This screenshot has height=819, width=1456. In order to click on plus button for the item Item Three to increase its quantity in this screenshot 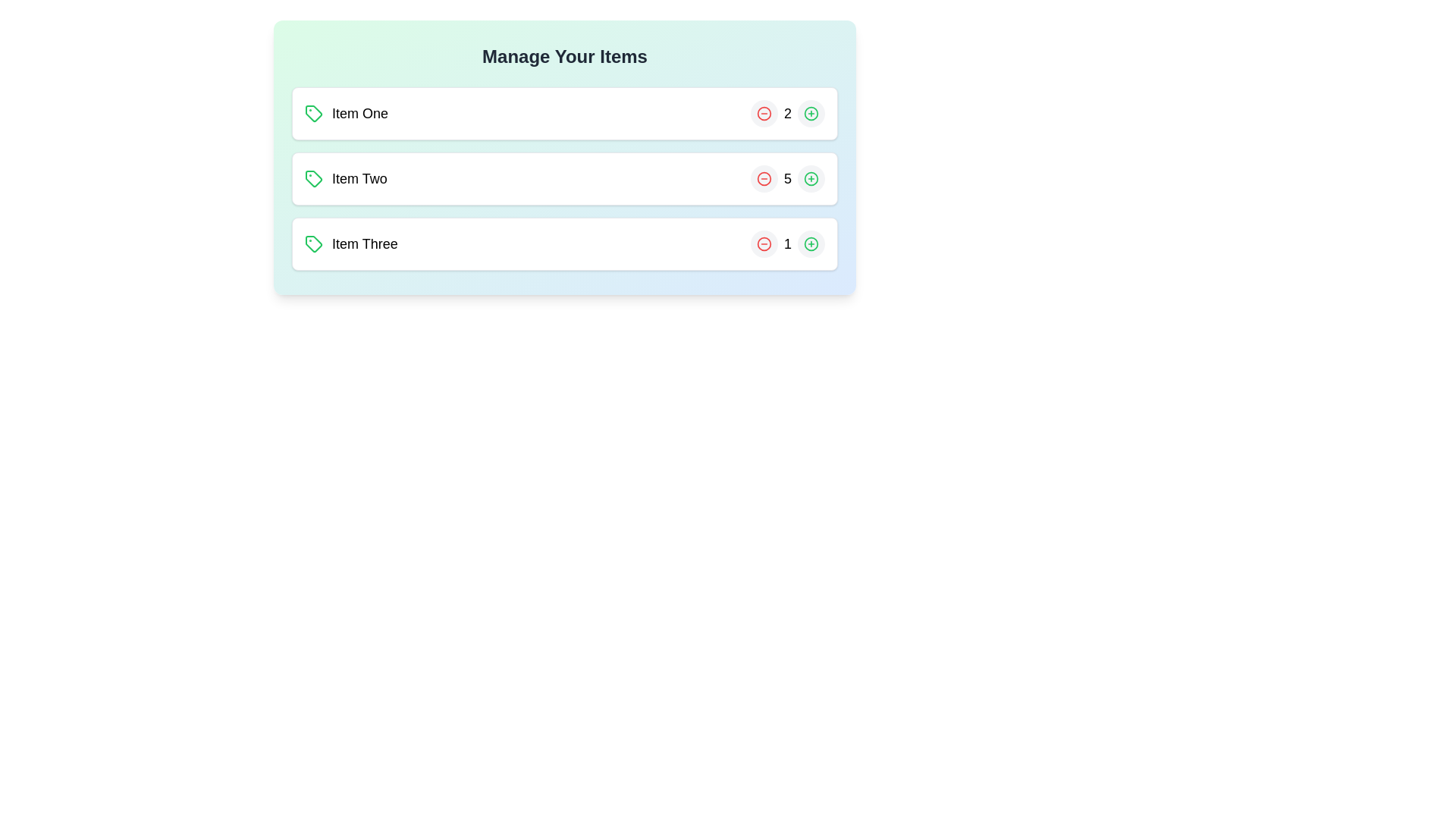, I will do `click(811, 243)`.